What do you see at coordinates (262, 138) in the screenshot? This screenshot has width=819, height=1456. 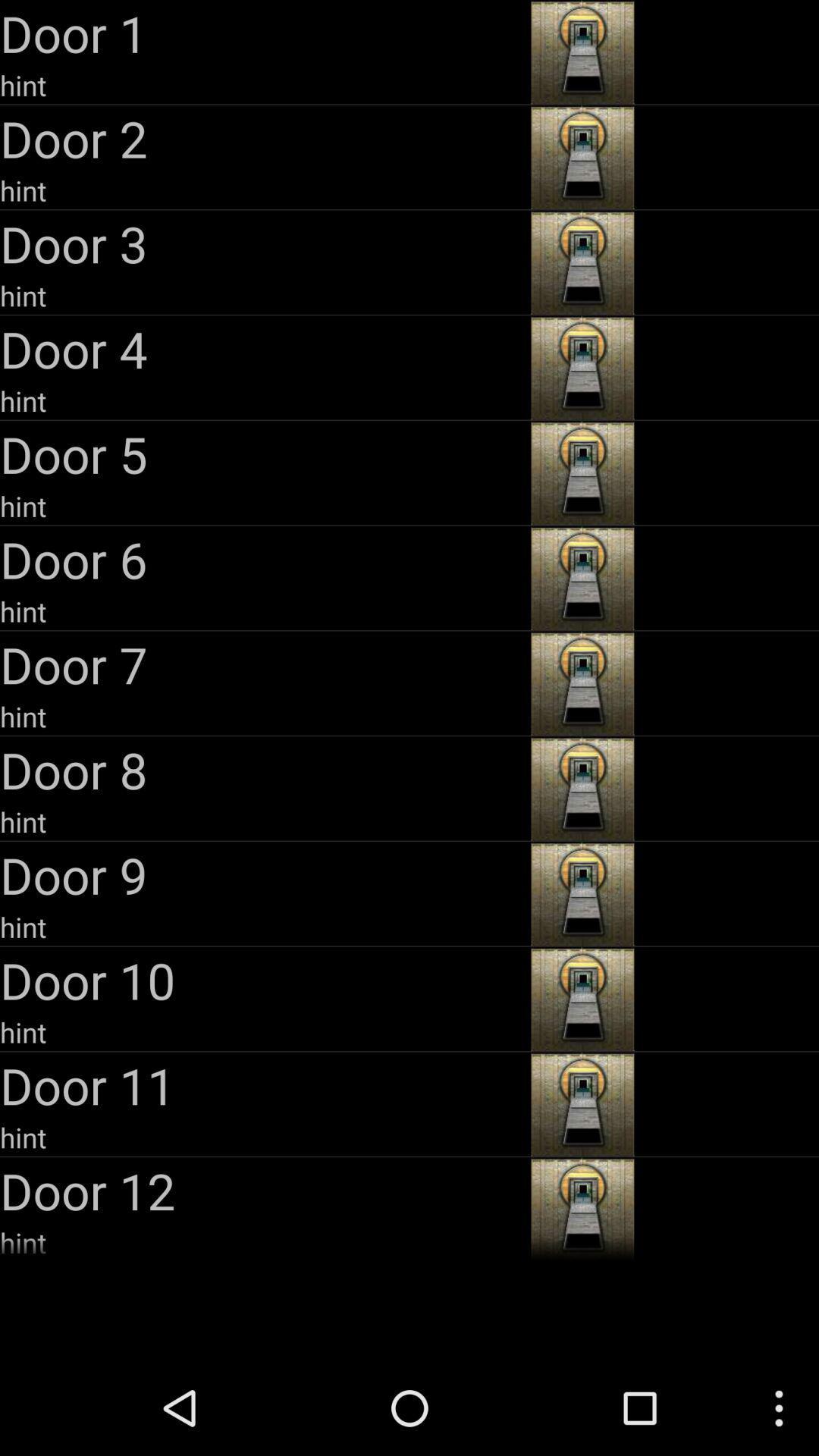 I see `door 2` at bounding box center [262, 138].